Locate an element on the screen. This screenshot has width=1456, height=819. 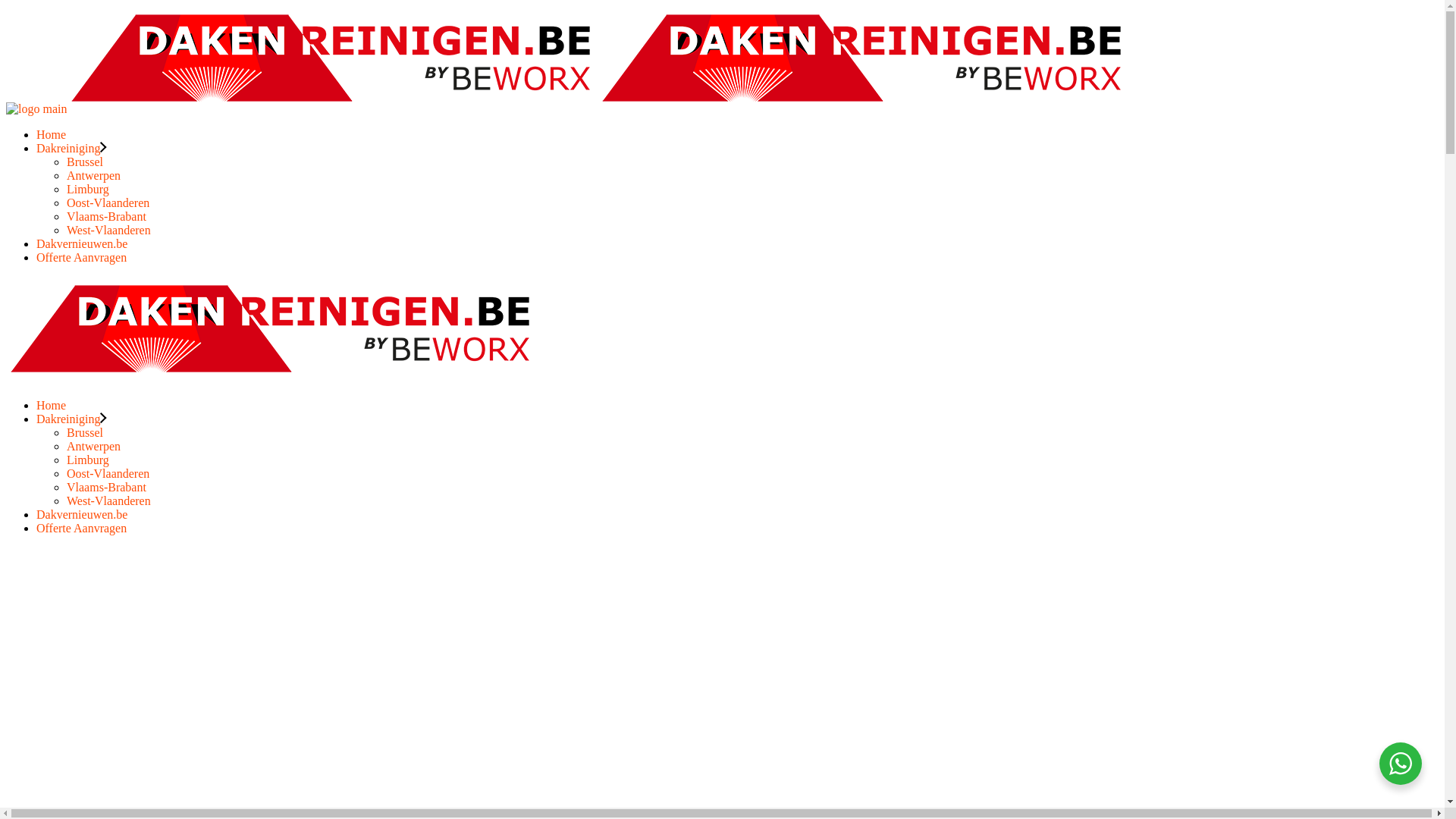
'Skip to the content' is located at coordinates (5, 5).